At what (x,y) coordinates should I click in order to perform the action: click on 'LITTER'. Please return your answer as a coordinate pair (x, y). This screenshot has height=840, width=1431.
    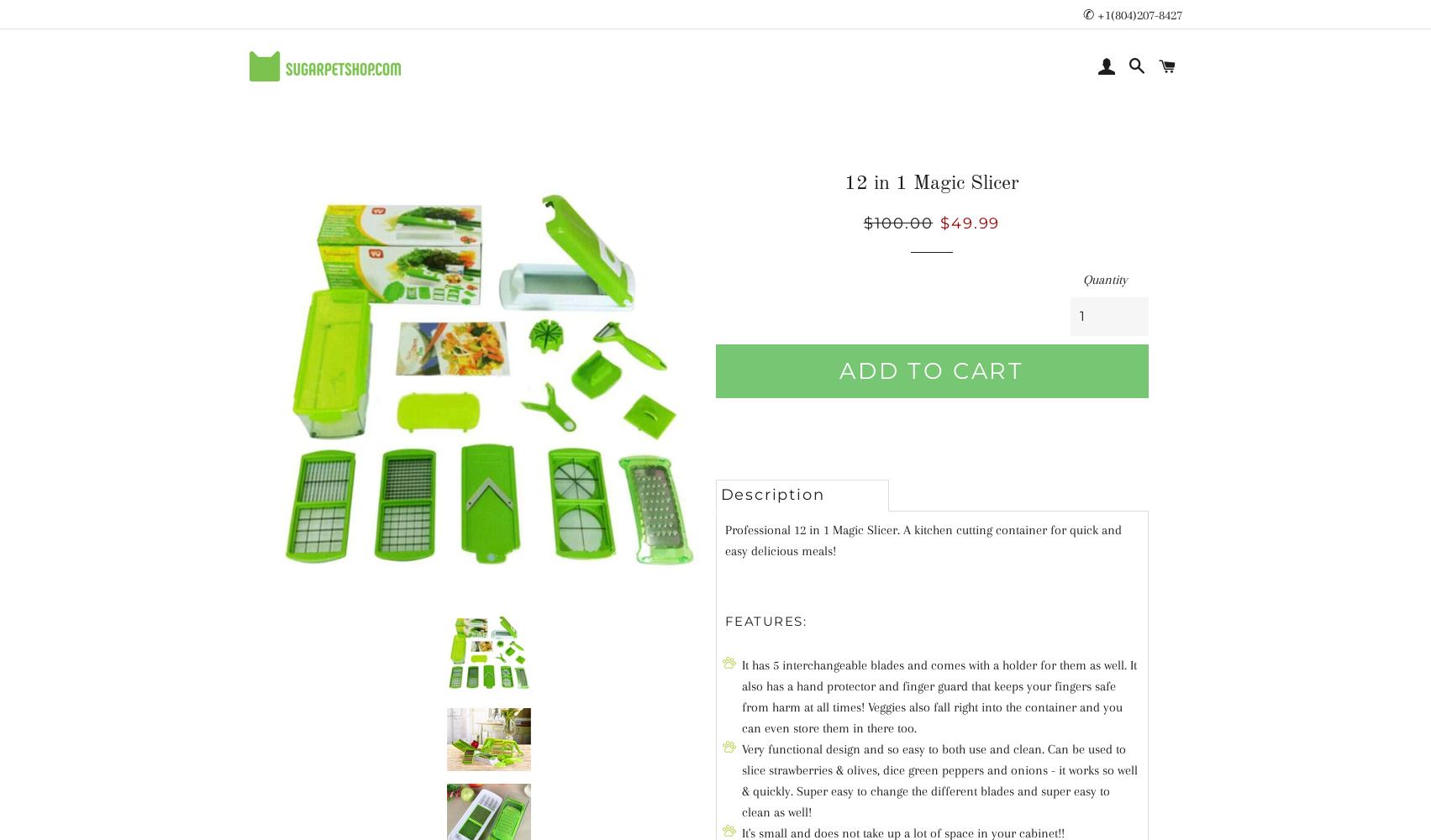
    Looking at the image, I should click on (577, 220).